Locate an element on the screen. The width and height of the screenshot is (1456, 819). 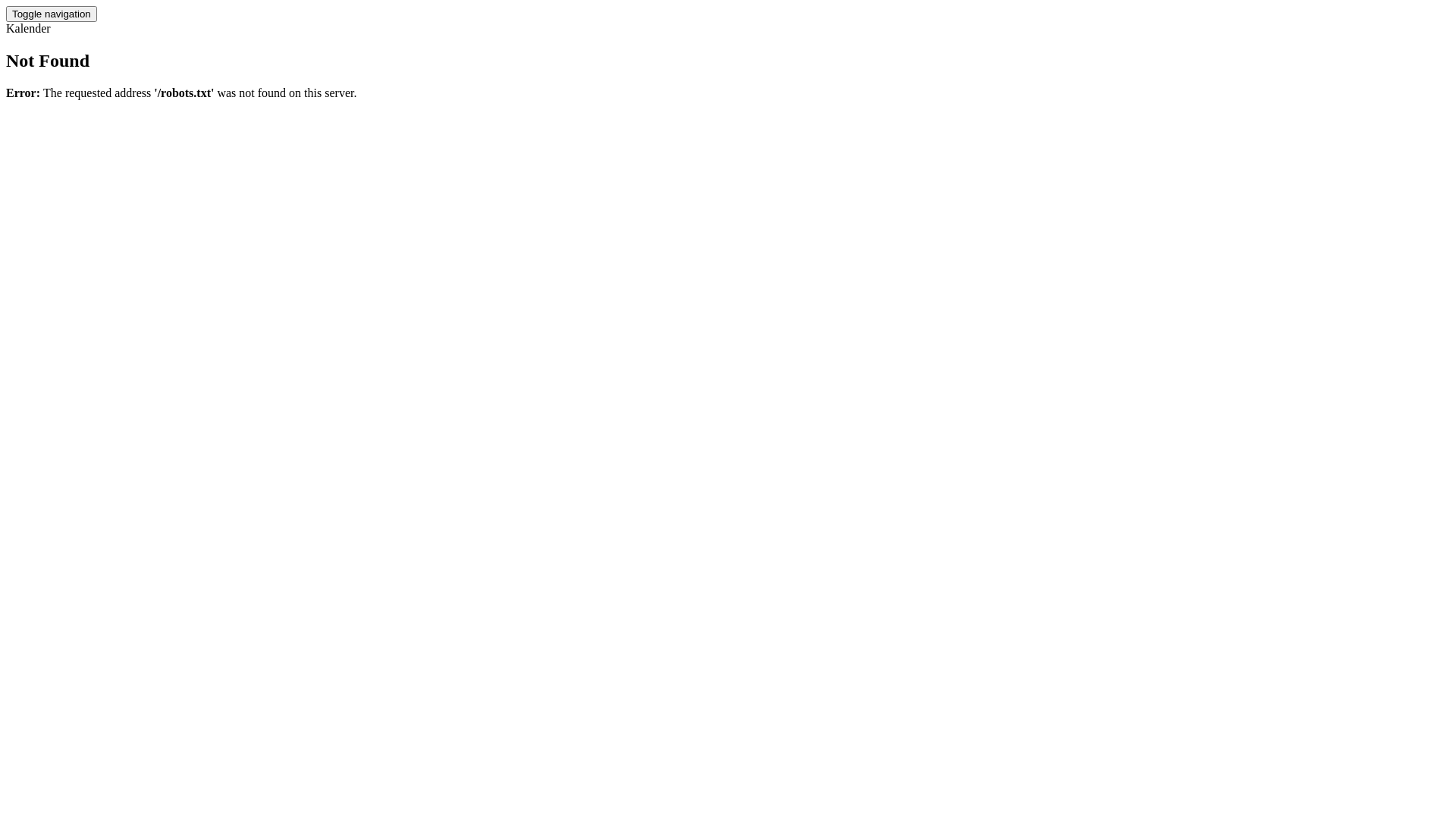
'Toggle navigation' is located at coordinates (51, 14).